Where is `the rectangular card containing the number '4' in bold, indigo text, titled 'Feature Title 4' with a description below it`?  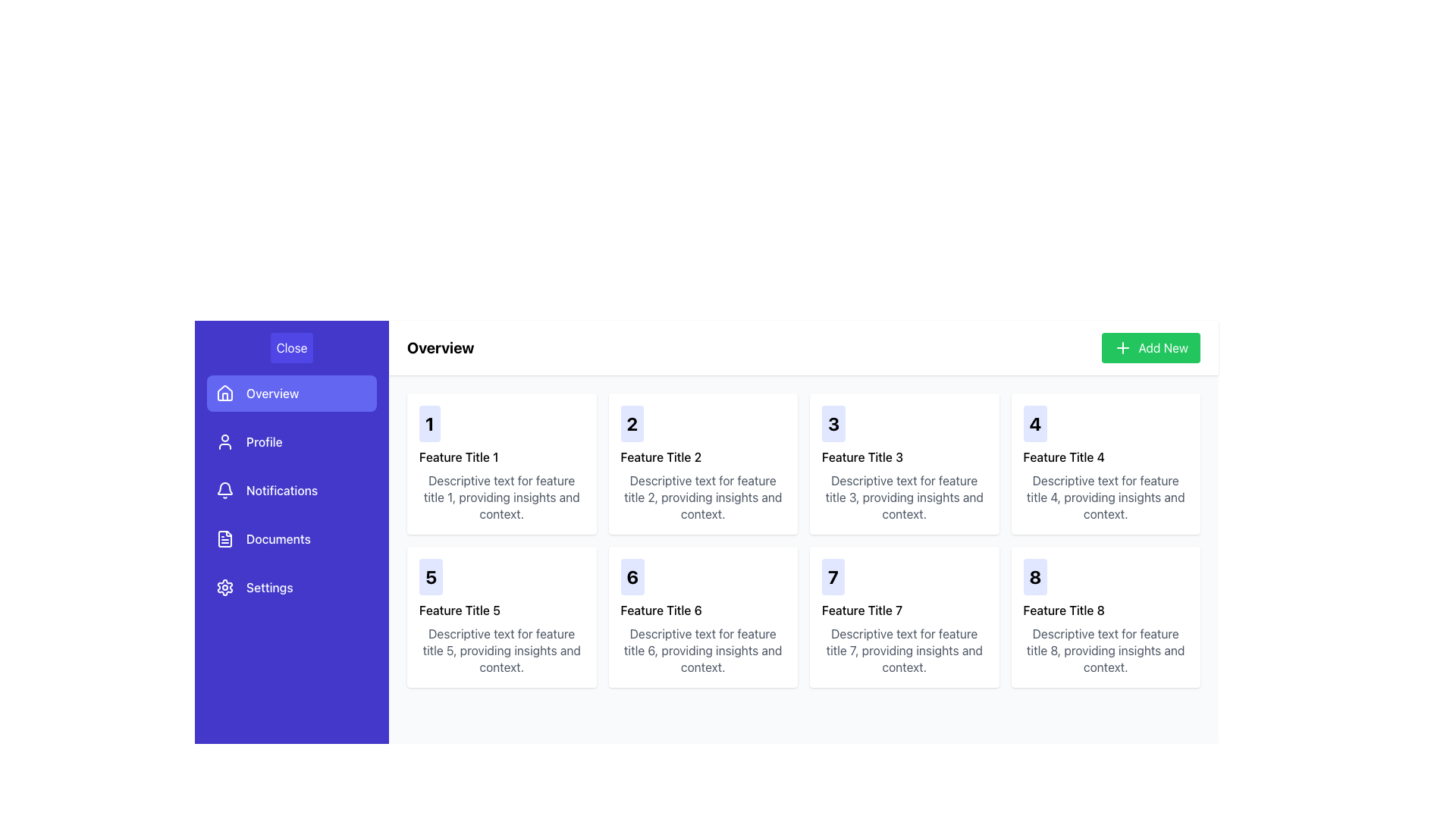 the rectangular card containing the number '4' in bold, indigo text, titled 'Feature Title 4' with a description below it is located at coordinates (1106, 463).